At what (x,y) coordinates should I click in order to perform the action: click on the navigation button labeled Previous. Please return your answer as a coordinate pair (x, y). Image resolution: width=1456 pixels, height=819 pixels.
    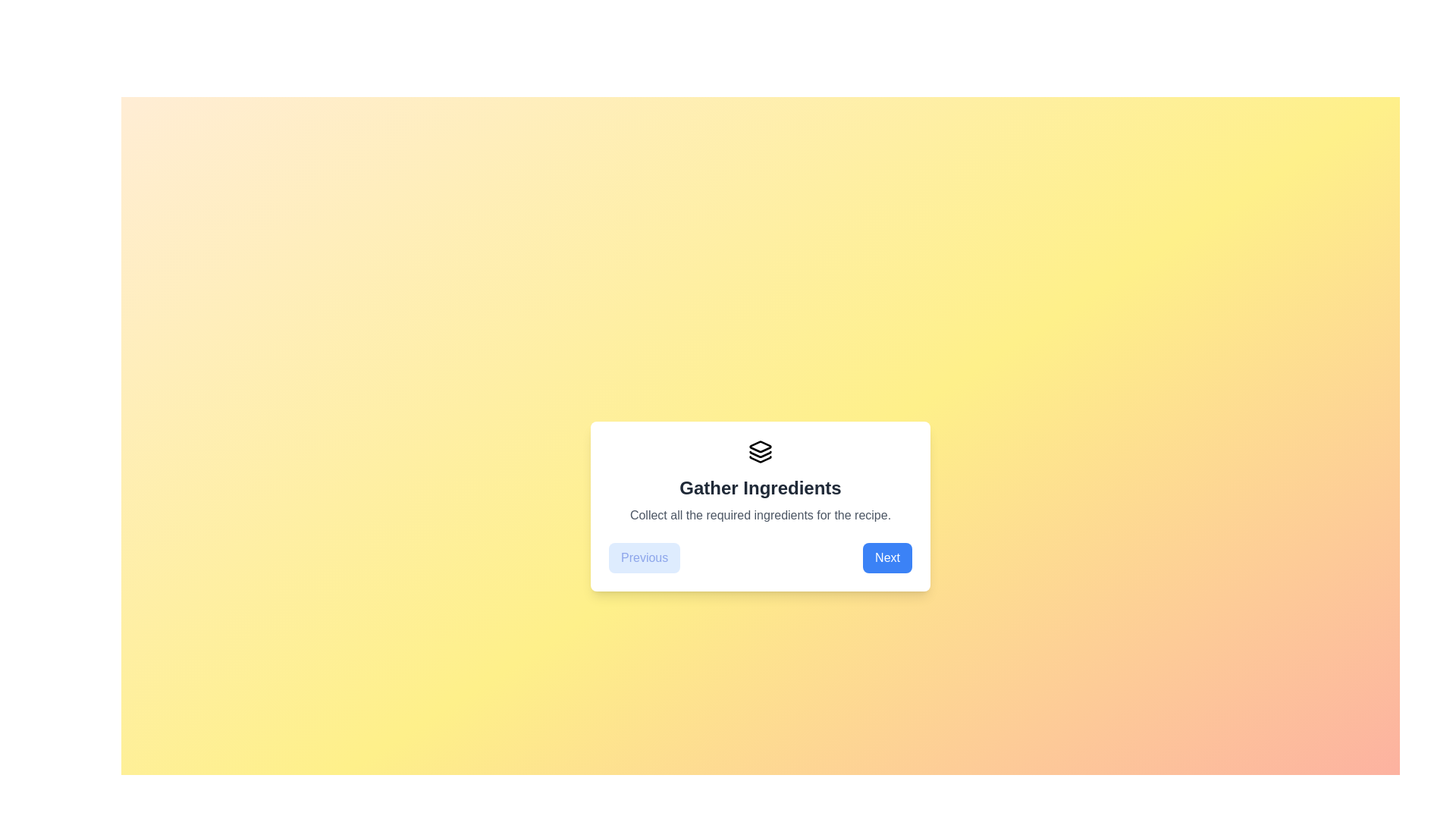
    Looking at the image, I should click on (645, 558).